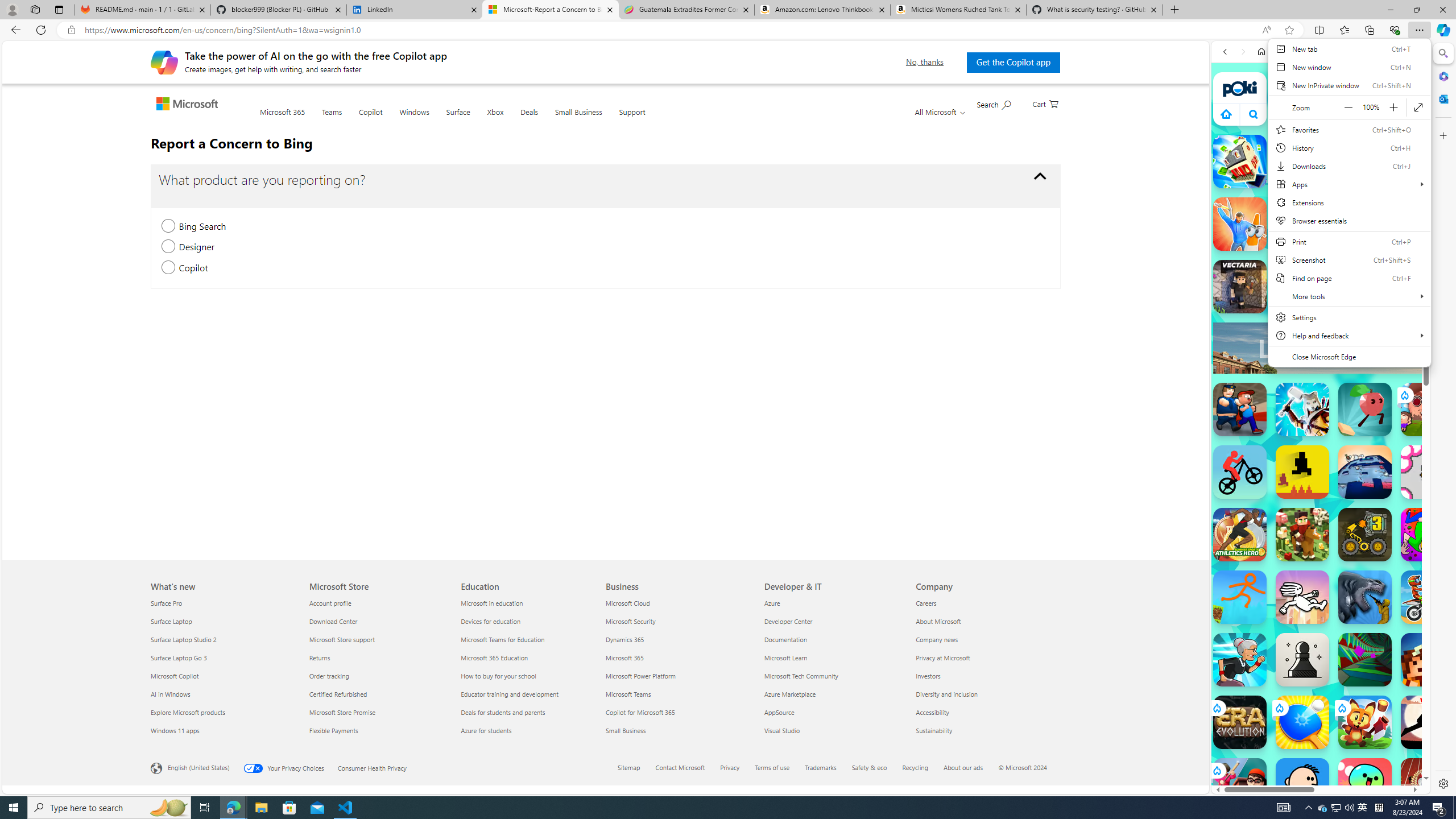 The image size is (1456, 819). I want to click on 'Games for Girls', so click(1319, 406).